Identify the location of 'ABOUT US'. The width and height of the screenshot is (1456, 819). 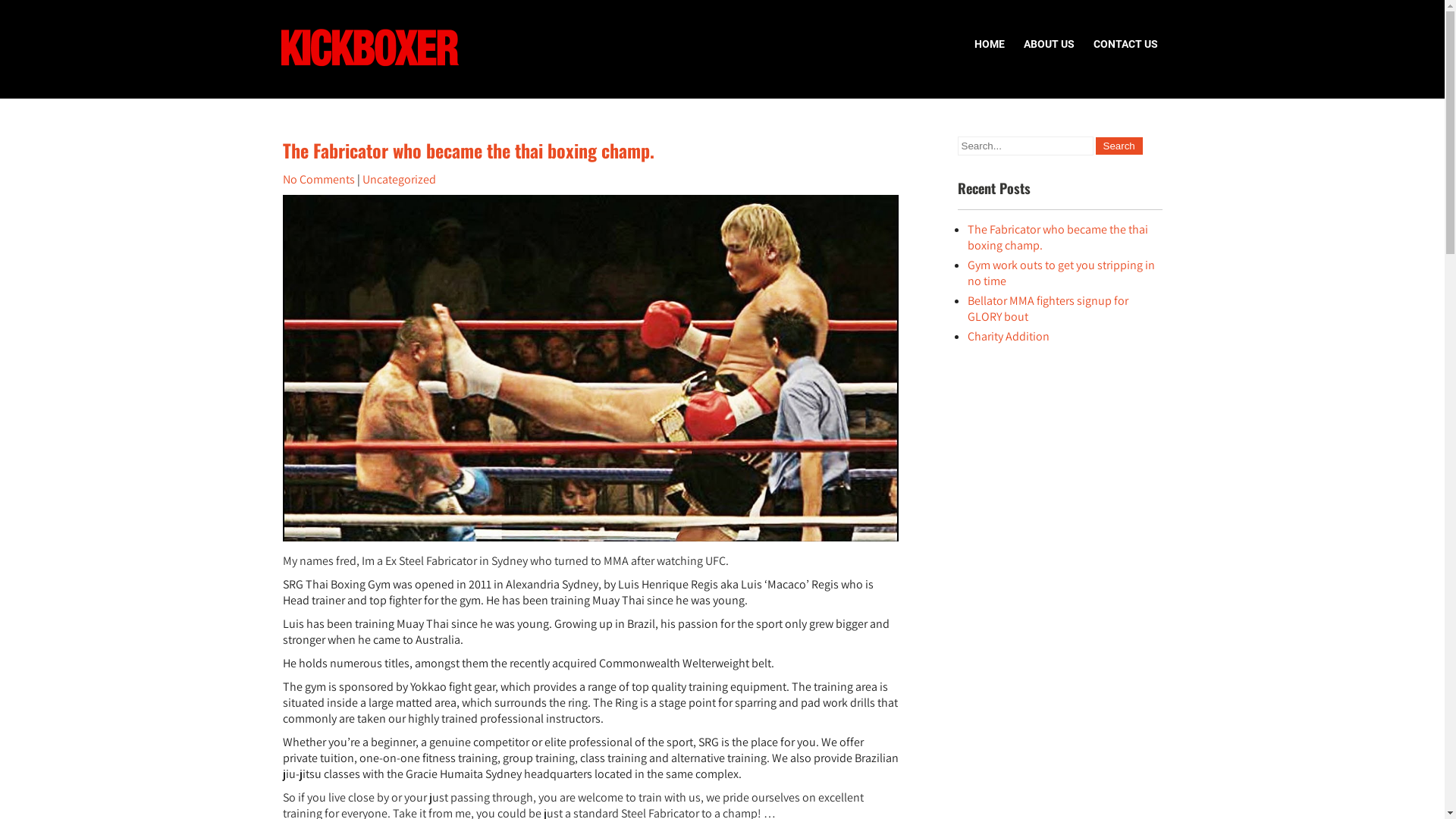
(1015, 42).